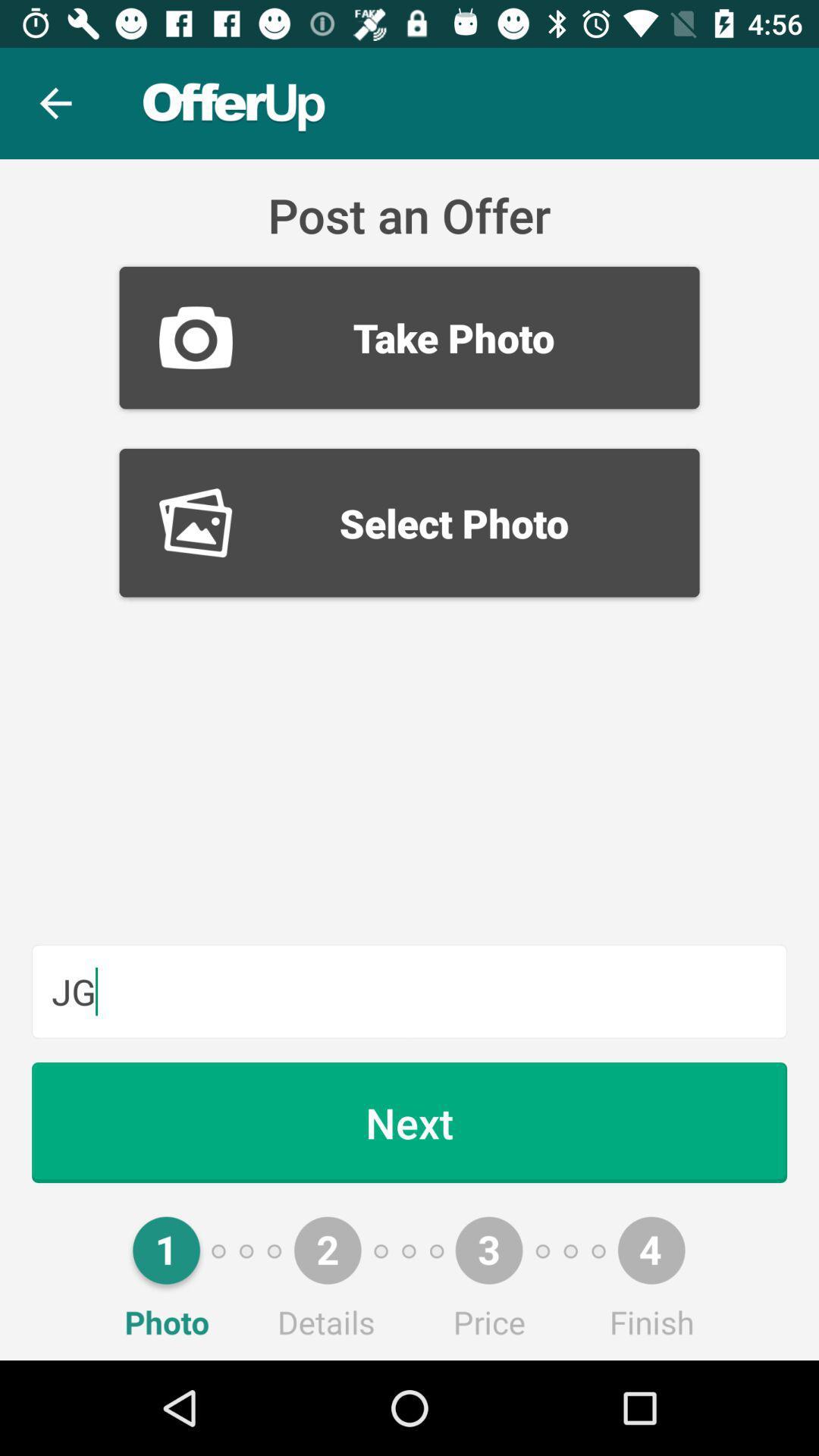 This screenshot has height=1456, width=819. Describe the element at coordinates (409, 337) in the screenshot. I see `icon above the select photo icon` at that location.